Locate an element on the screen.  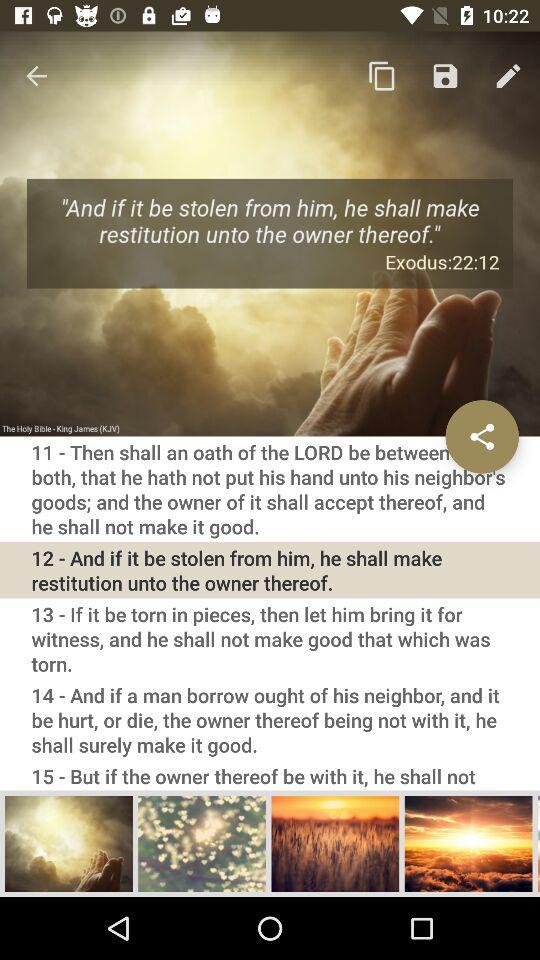
the icon on the right is located at coordinates (481, 436).